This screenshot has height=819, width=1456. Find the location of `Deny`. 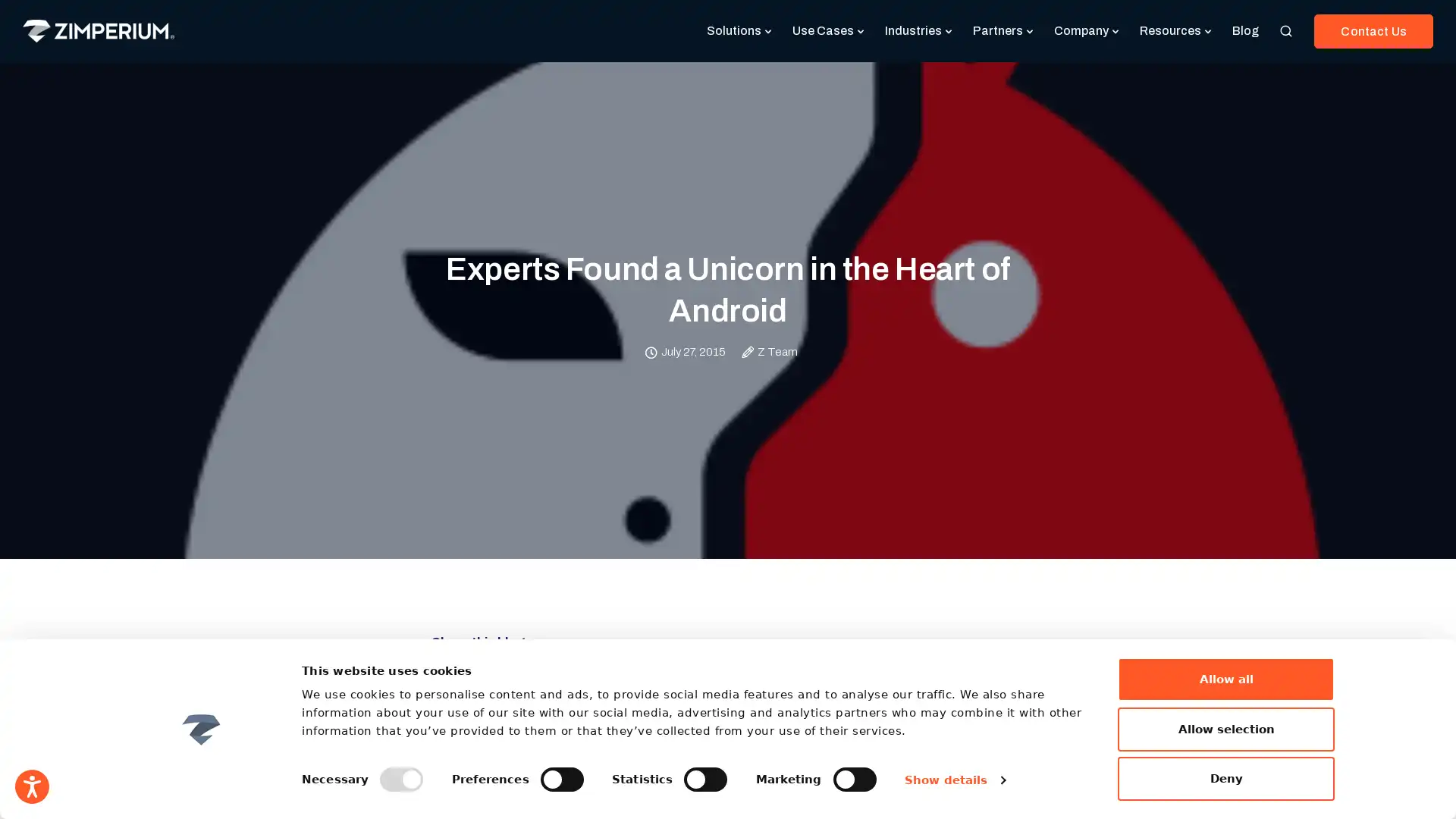

Deny is located at coordinates (1226, 778).